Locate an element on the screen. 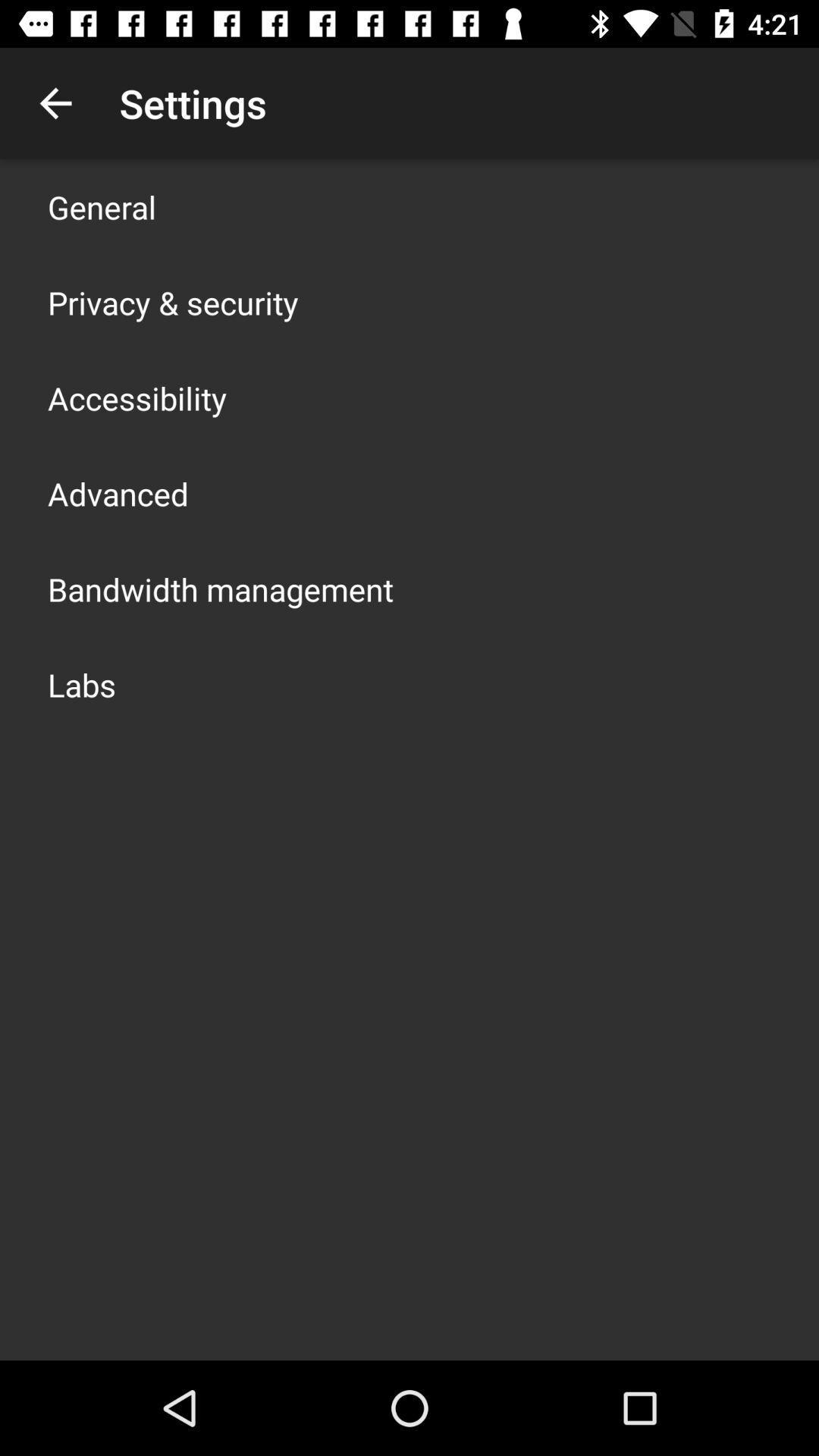  app next to the settings app is located at coordinates (55, 102).